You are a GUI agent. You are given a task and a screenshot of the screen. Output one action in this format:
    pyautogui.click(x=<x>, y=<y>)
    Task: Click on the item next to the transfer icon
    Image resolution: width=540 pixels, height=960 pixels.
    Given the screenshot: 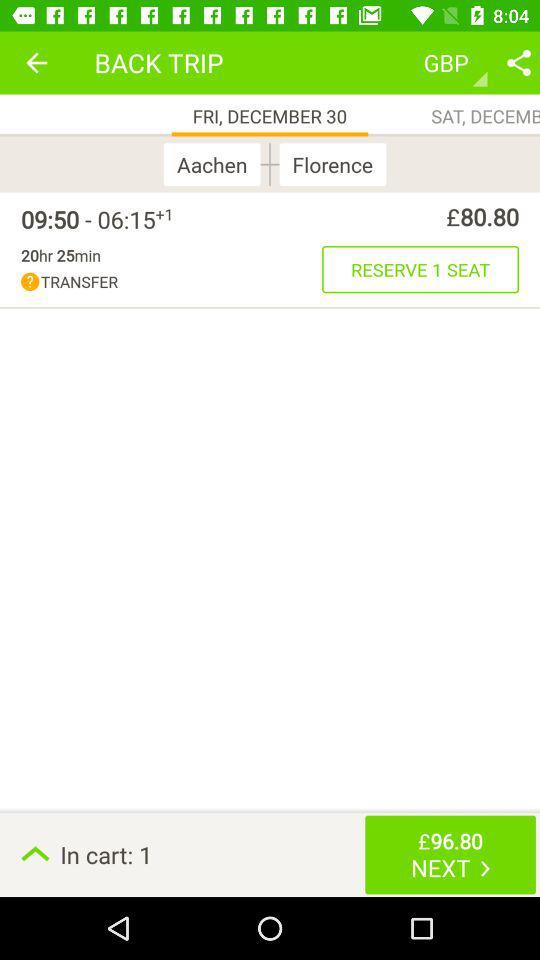 What is the action you would take?
    pyautogui.click(x=419, y=268)
    